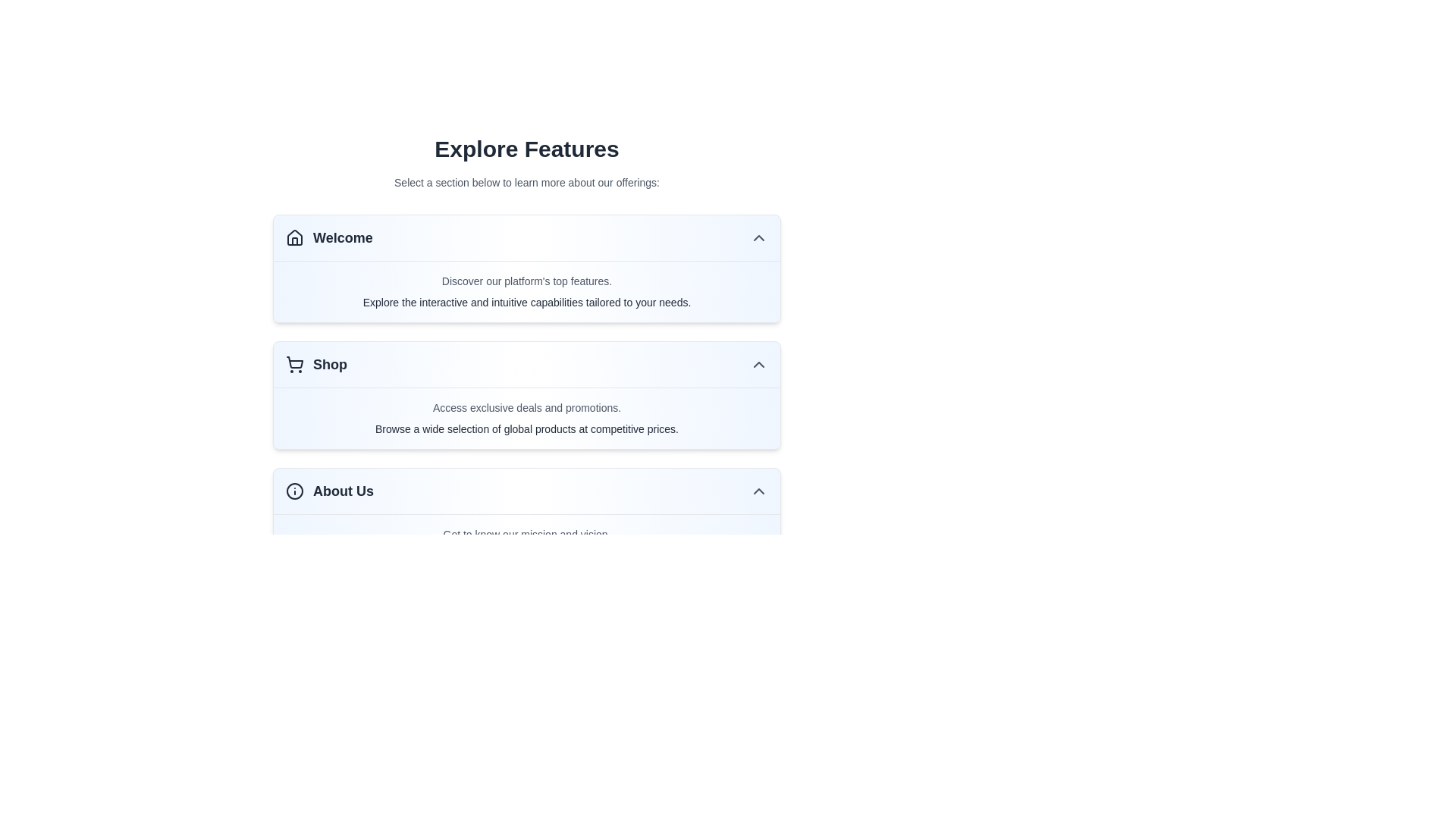 This screenshot has height=819, width=1456. What do you see at coordinates (527, 418) in the screenshot?
I see `the text block that contains 'Access exclusive deals and promotions.' and 'Browse a wide selection of global products at competitive prices.' located in the 'Shop' section` at bounding box center [527, 418].